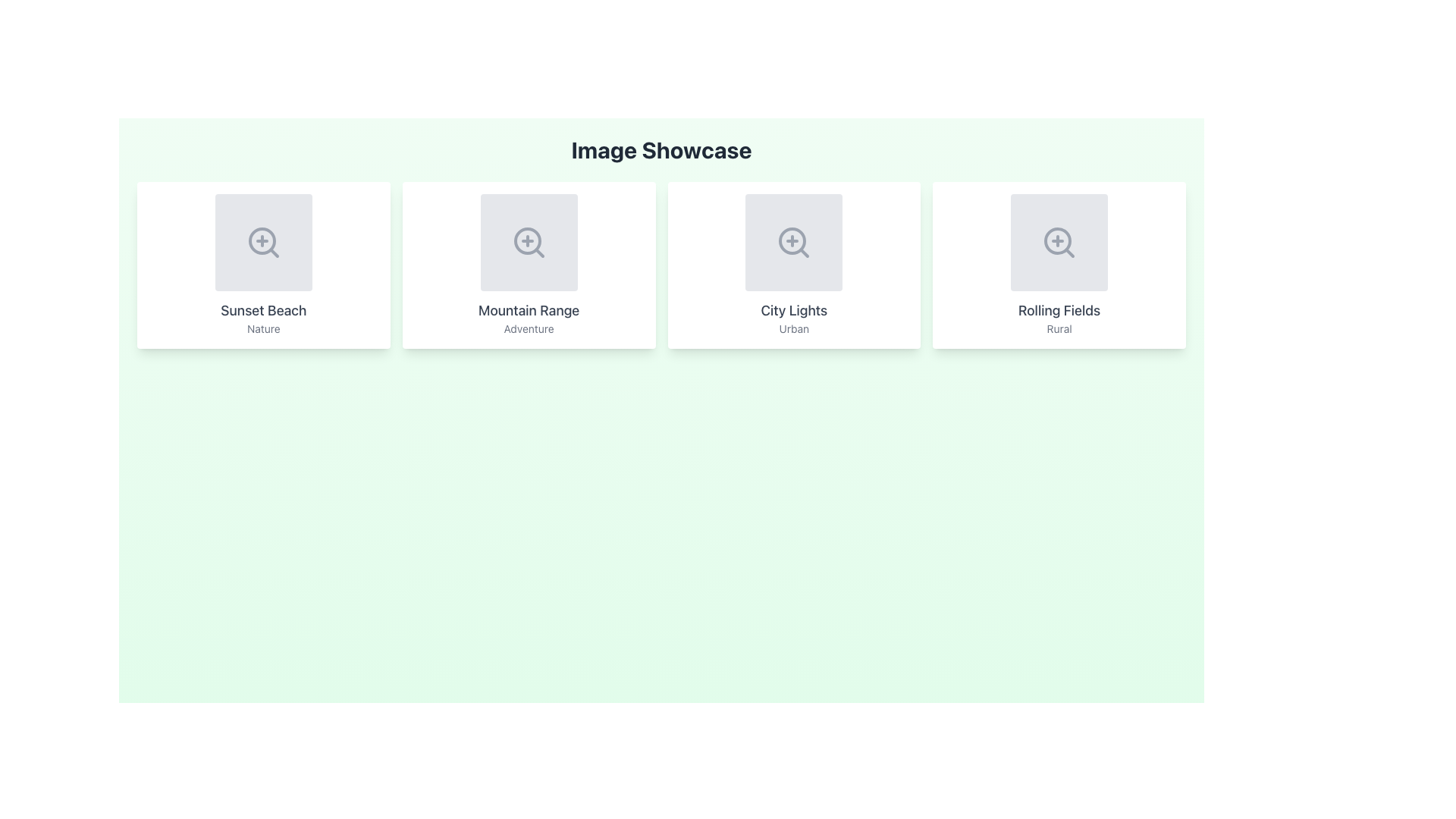 This screenshot has height=819, width=1456. Describe the element at coordinates (263, 265) in the screenshot. I see `the first card in the image showcase gallery that previews or links to content related to 'Sunset Beach' and 'Nature'` at that location.